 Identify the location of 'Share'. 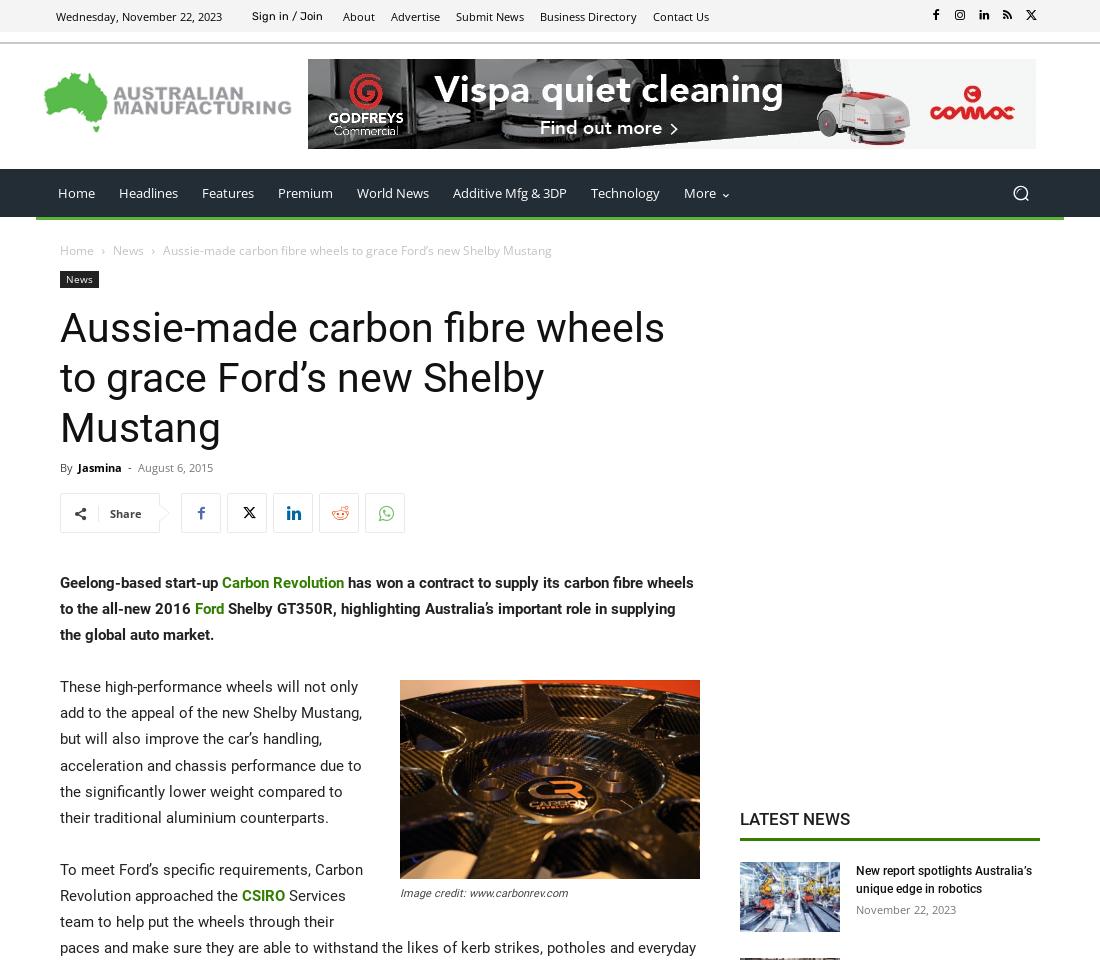
(125, 512).